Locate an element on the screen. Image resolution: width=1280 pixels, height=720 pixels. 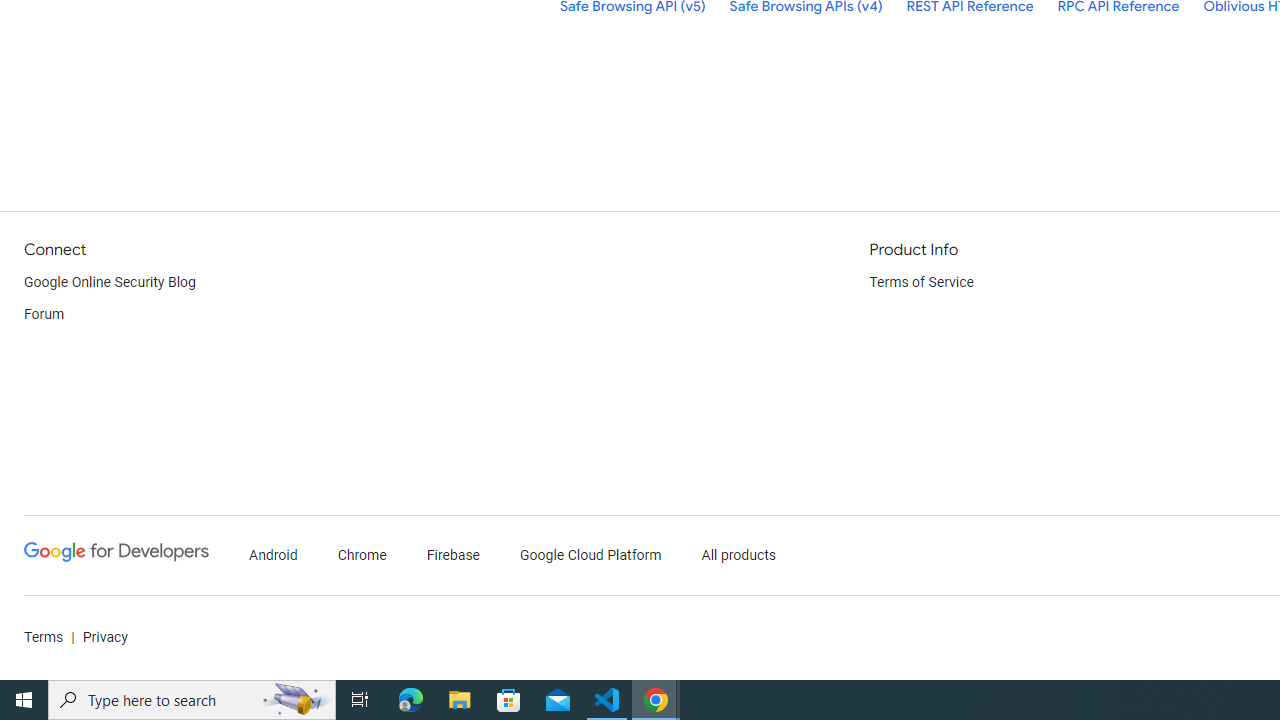
'Google Cloud Platform' is located at coordinates (589, 555).